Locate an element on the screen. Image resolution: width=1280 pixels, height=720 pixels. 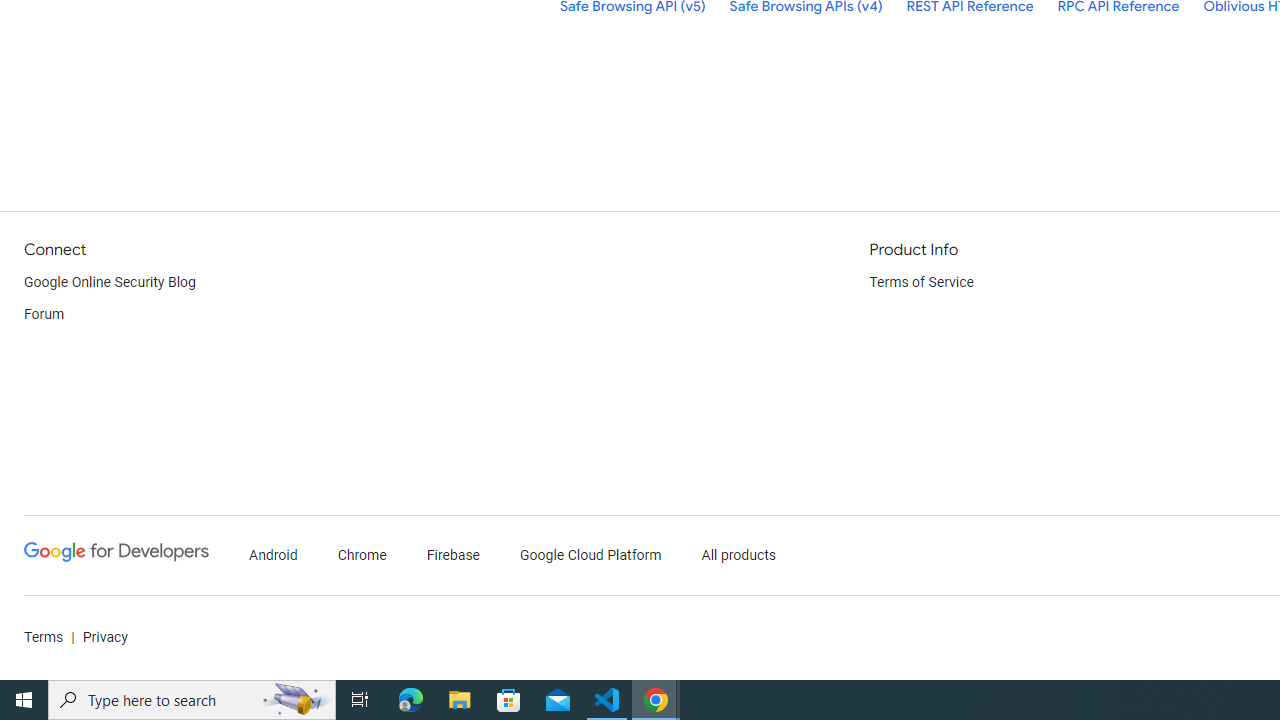
'Google Cloud Platform' is located at coordinates (589, 555).